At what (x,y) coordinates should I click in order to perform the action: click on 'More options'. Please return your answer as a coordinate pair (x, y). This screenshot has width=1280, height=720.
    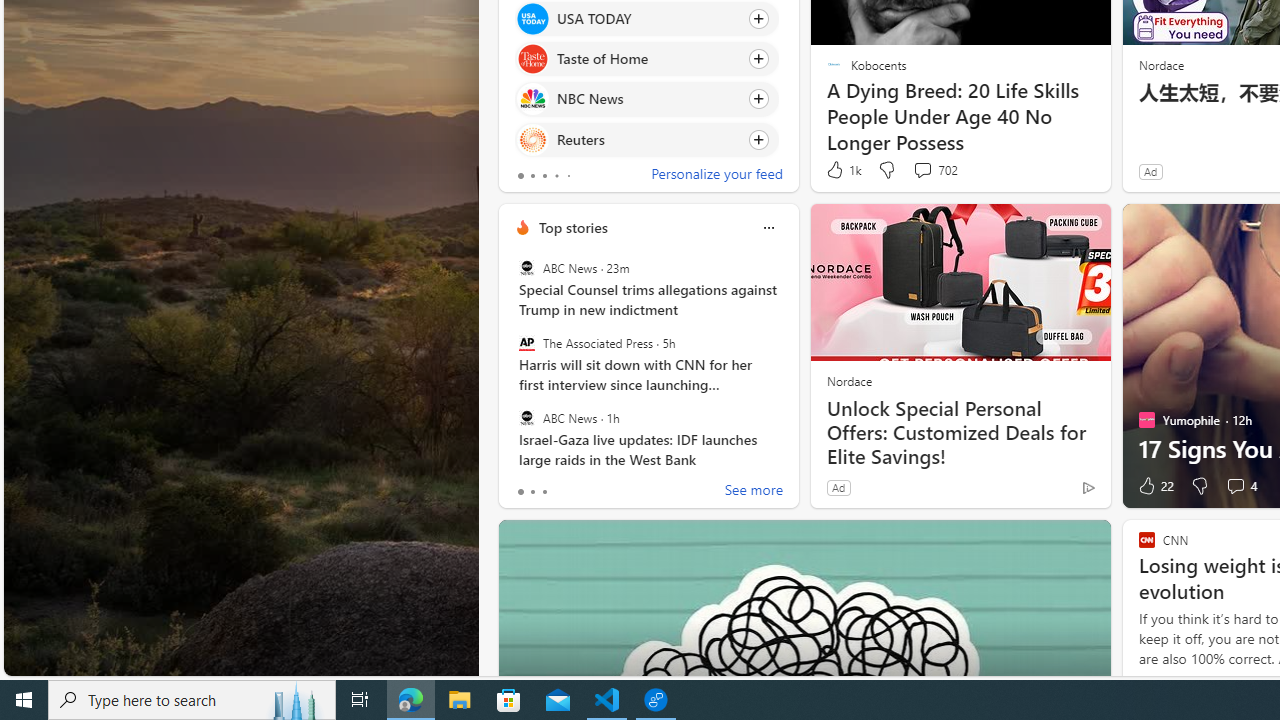
    Looking at the image, I should click on (767, 226).